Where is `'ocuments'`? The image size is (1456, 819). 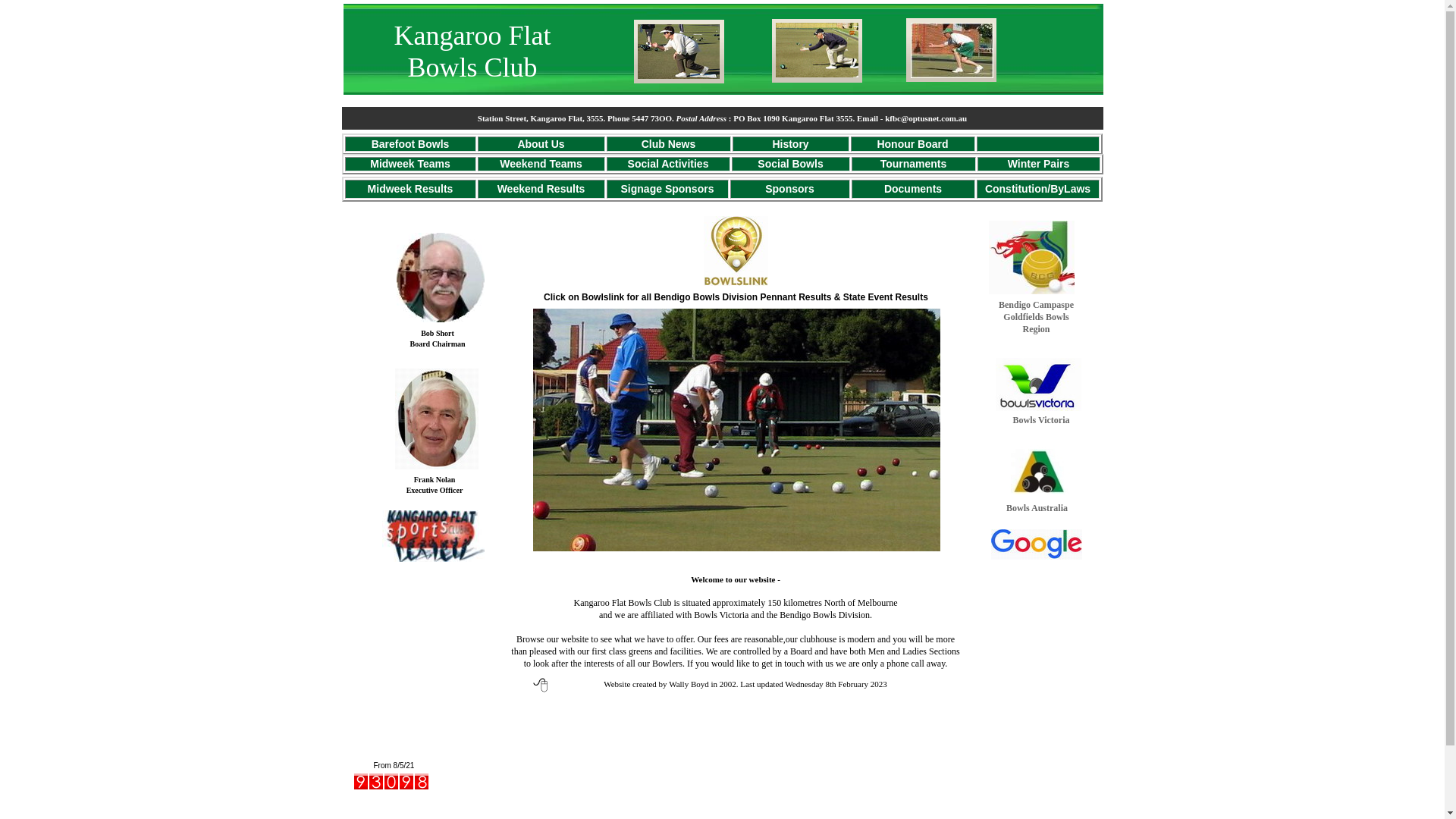
'ocuments' is located at coordinates (916, 187).